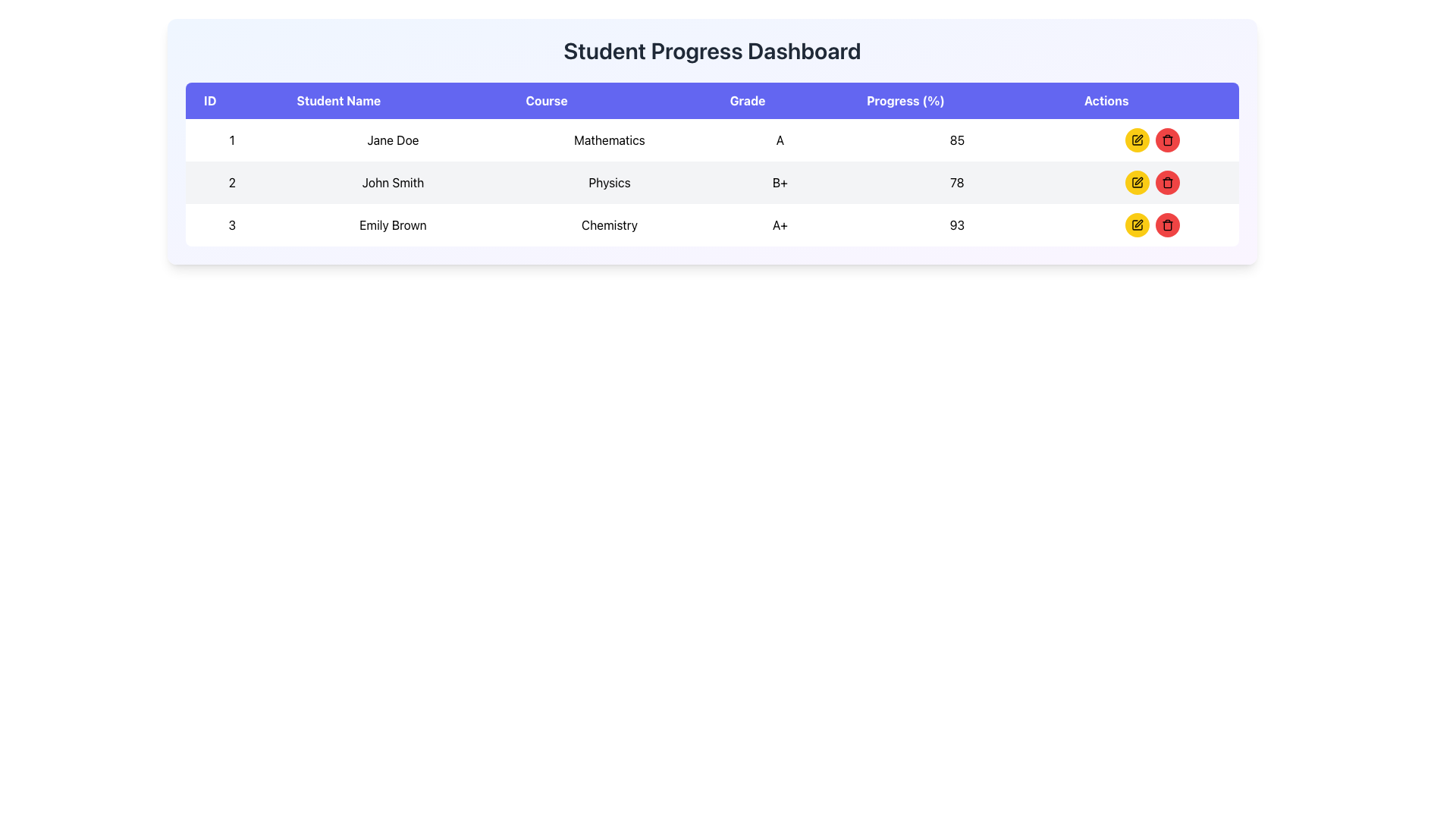 The width and height of the screenshot is (1456, 819). What do you see at coordinates (711, 225) in the screenshot?
I see `the third table row that presents detailed information about a student, including their name, subject, grade, and progress score` at bounding box center [711, 225].